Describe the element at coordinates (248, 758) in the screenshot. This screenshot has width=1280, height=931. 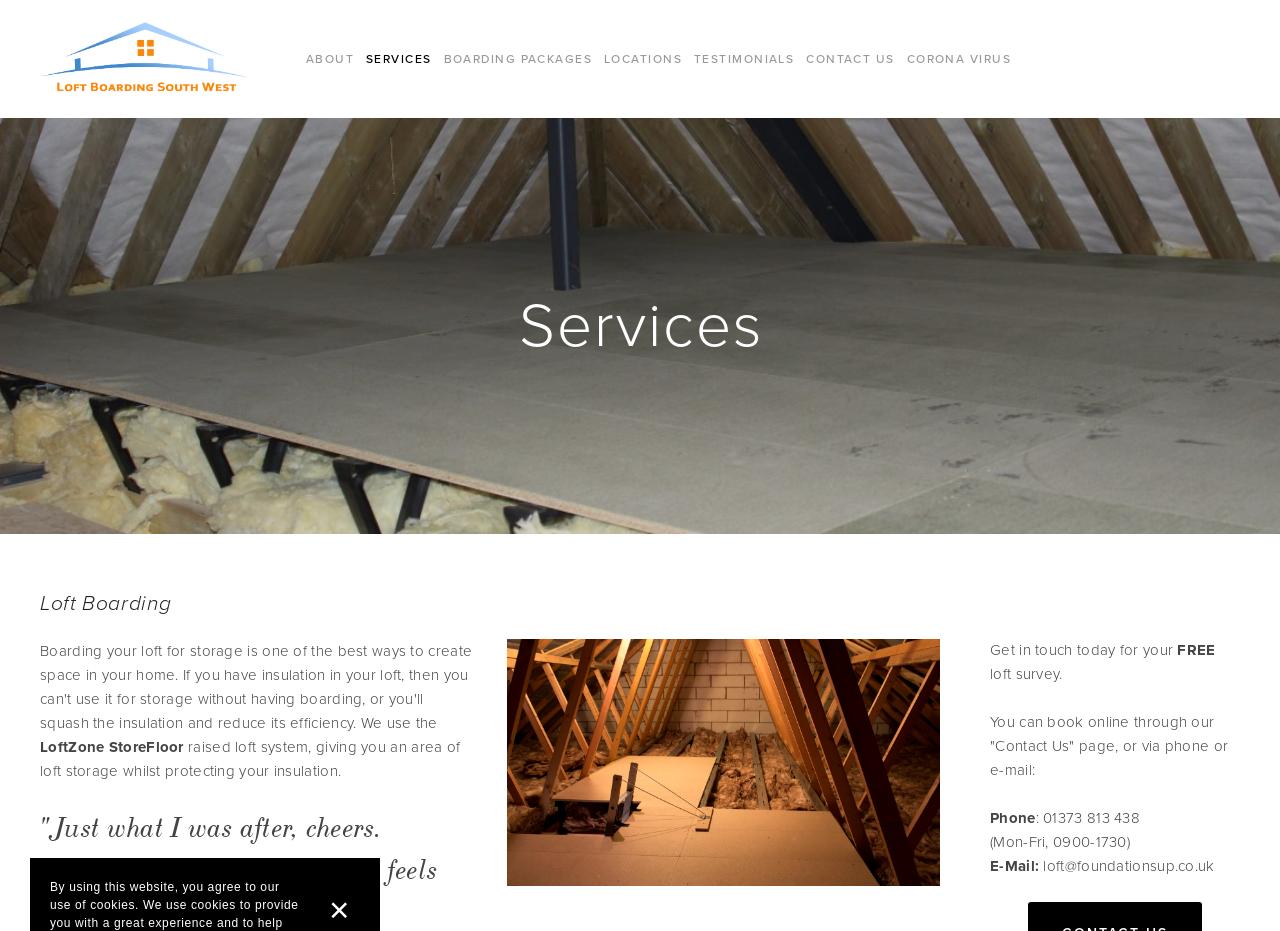
I see `'raised loft system, giving you an area of loft storage whilst protecting your insulation.'` at that location.